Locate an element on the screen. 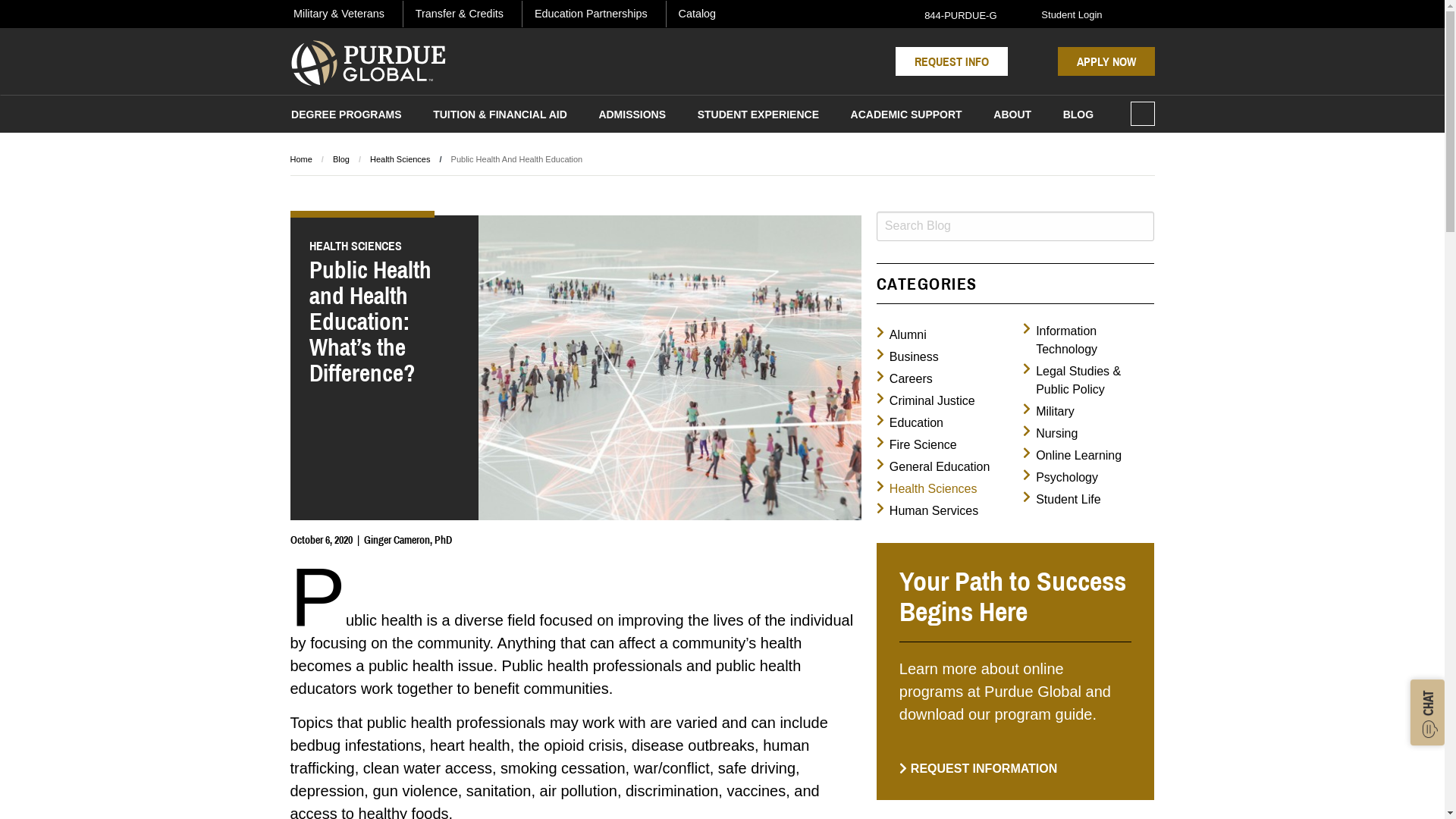  'ACADEMIC SUPPORT' is located at coordinates (846, 116).